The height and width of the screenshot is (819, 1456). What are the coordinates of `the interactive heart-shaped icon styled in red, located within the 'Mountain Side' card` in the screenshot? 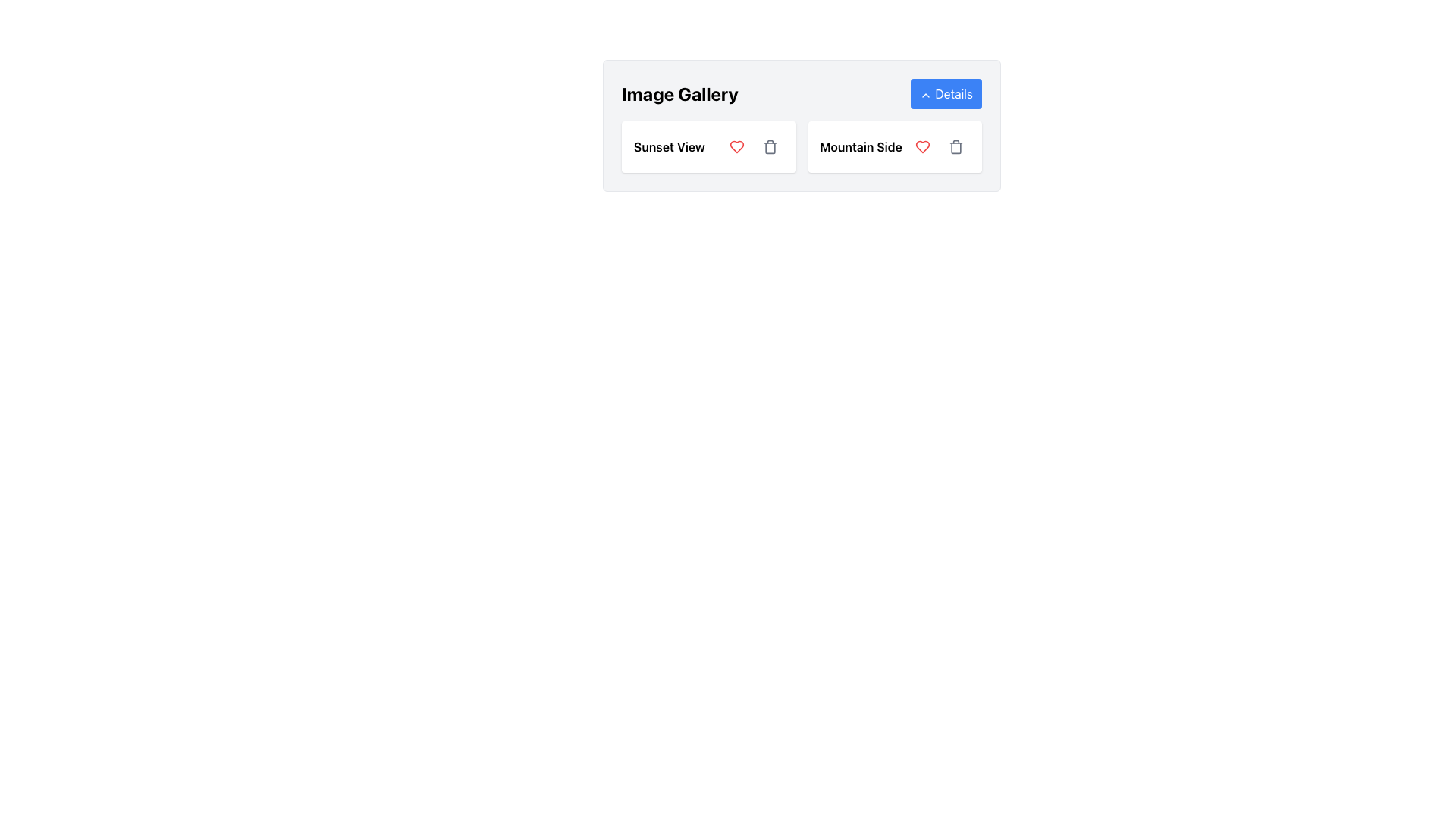 It's located at (922, 146).